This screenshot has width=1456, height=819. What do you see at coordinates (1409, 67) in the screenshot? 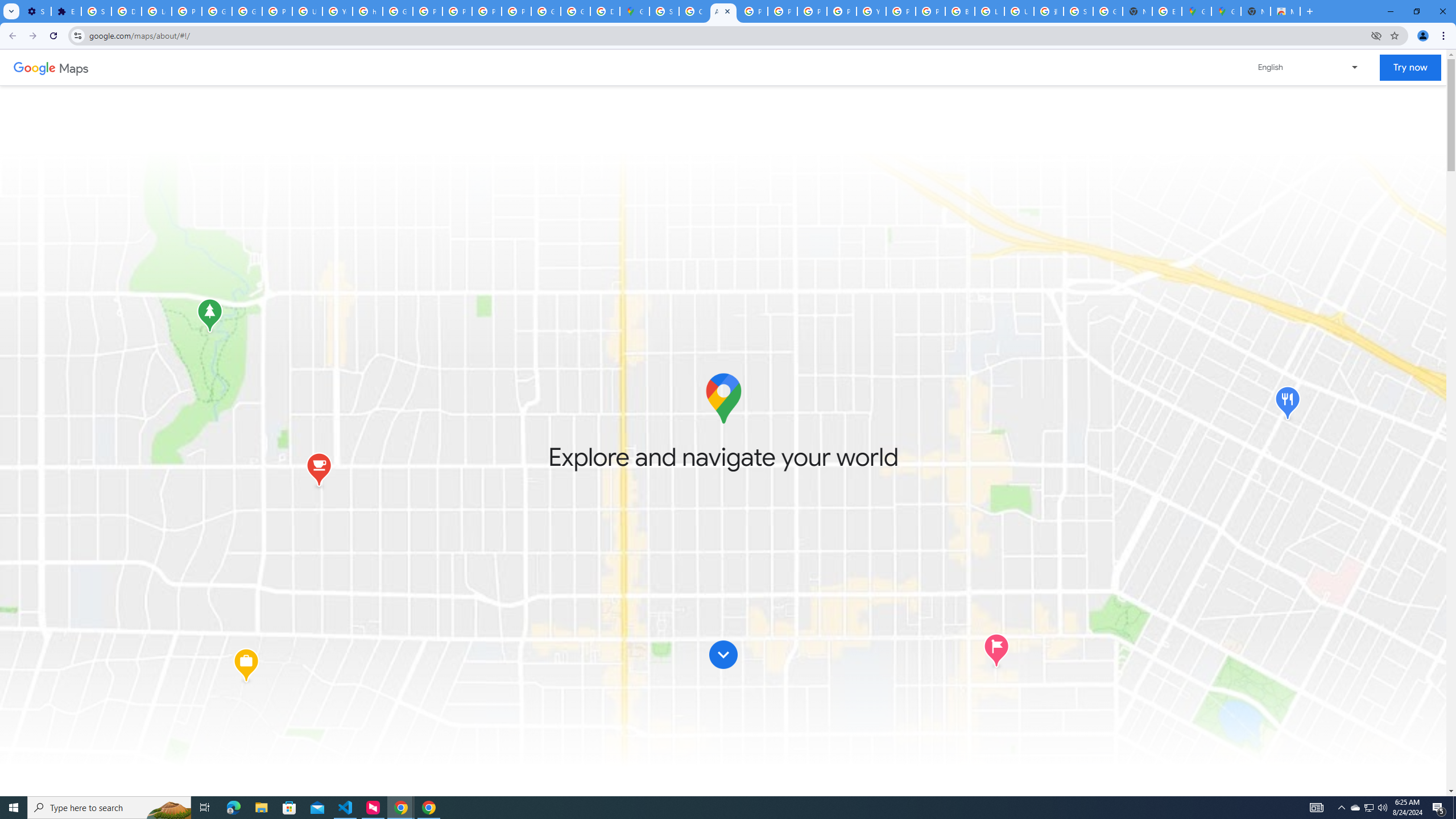
I see `'Try now'` at bounding box center [1409, 67].